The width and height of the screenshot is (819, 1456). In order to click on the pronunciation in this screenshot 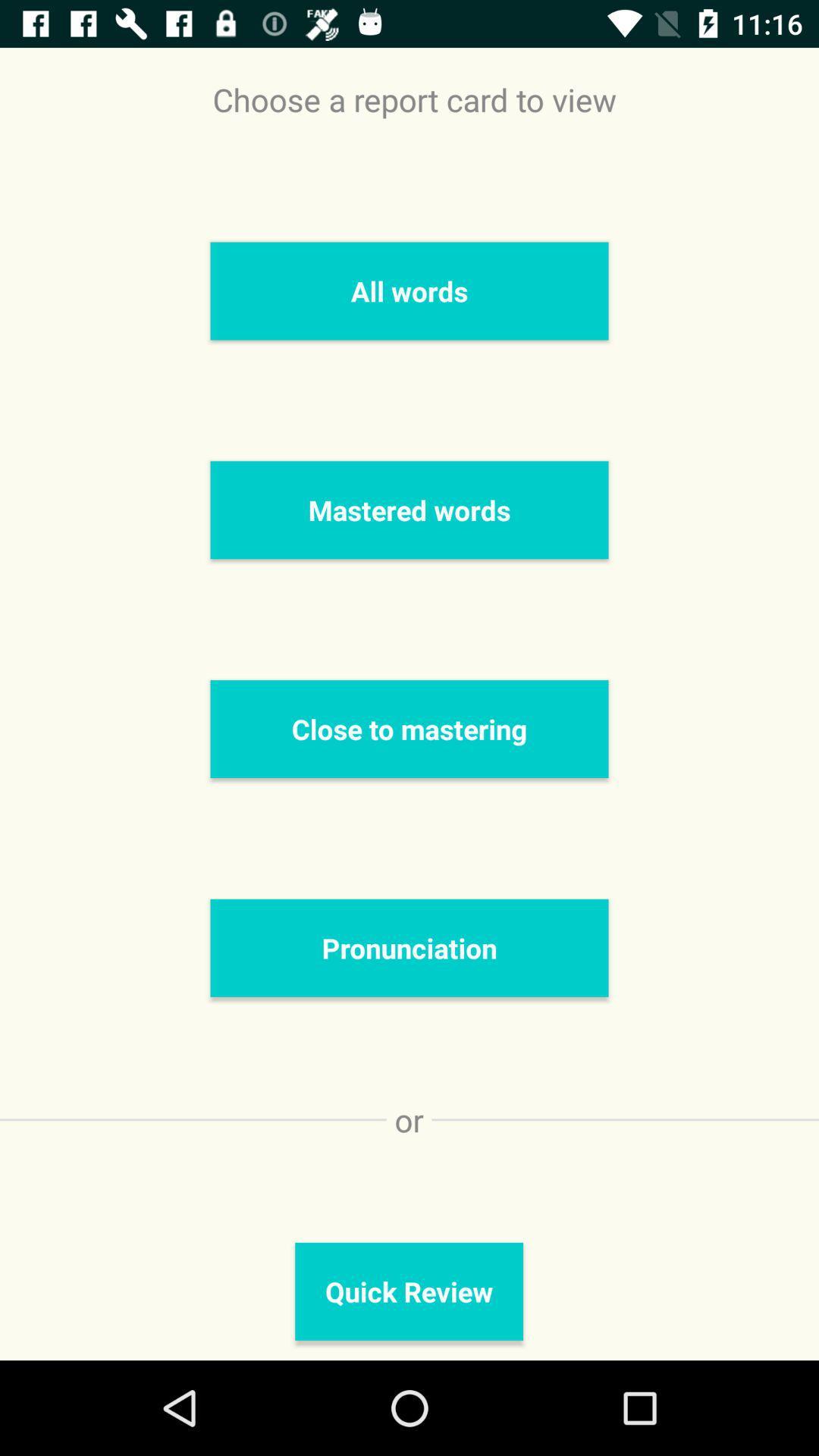, I will do `click(409, 947)`.